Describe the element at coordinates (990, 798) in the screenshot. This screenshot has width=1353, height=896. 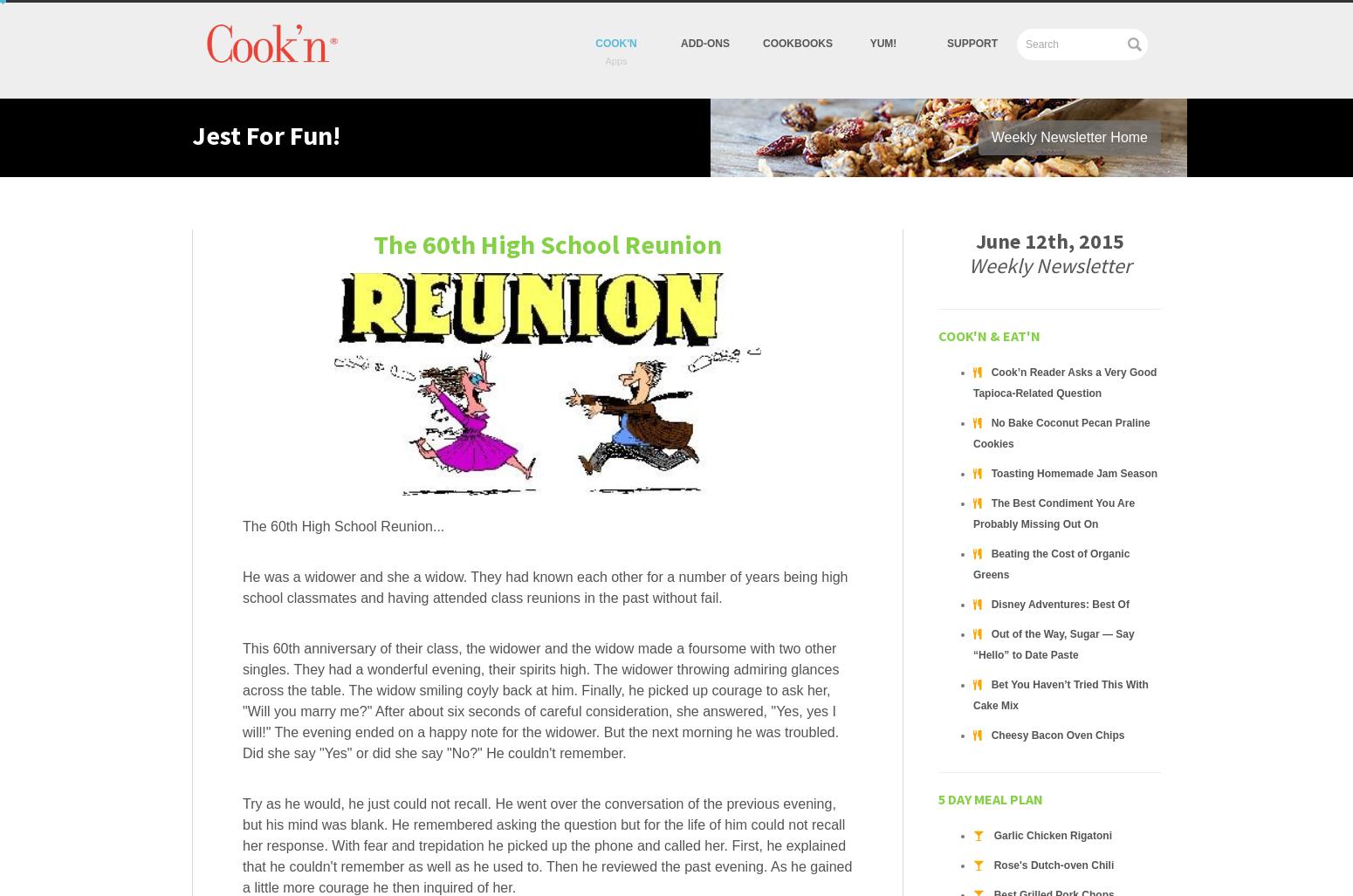
I see `'5 Day Meal Plan'` at that location.